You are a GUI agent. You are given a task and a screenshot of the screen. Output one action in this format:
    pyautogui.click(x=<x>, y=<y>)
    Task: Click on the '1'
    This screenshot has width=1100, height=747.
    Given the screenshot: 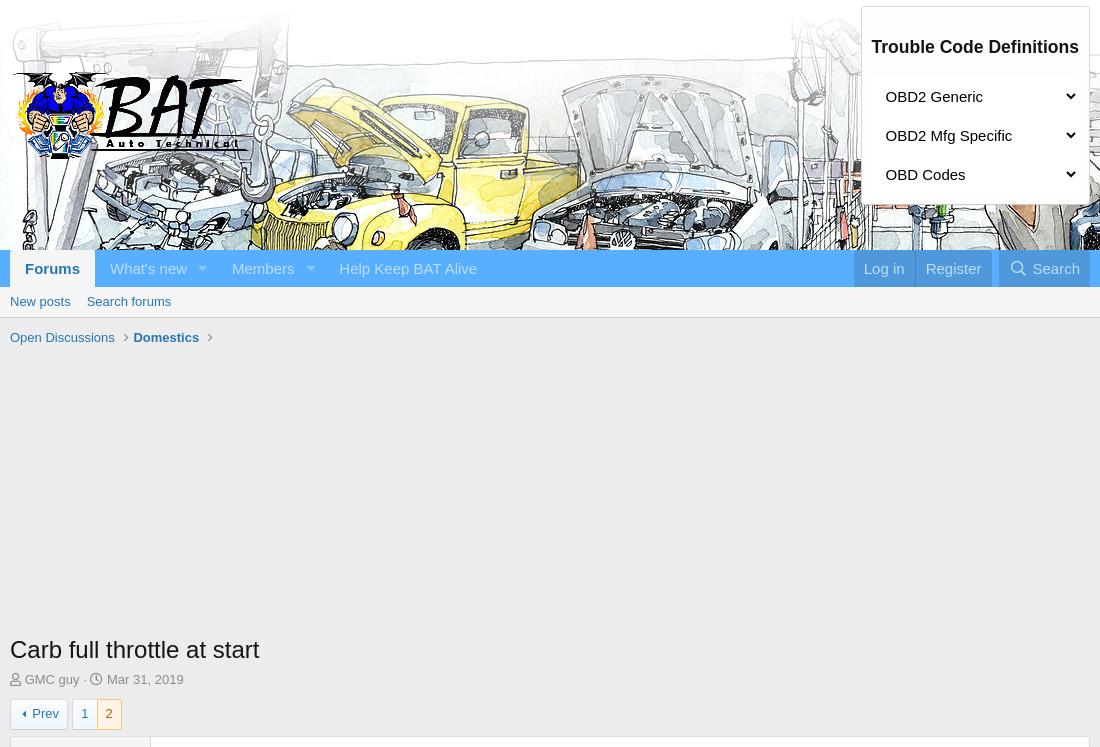 What is the action you would take?
    pyautogui.click(x=80, y=712)
    